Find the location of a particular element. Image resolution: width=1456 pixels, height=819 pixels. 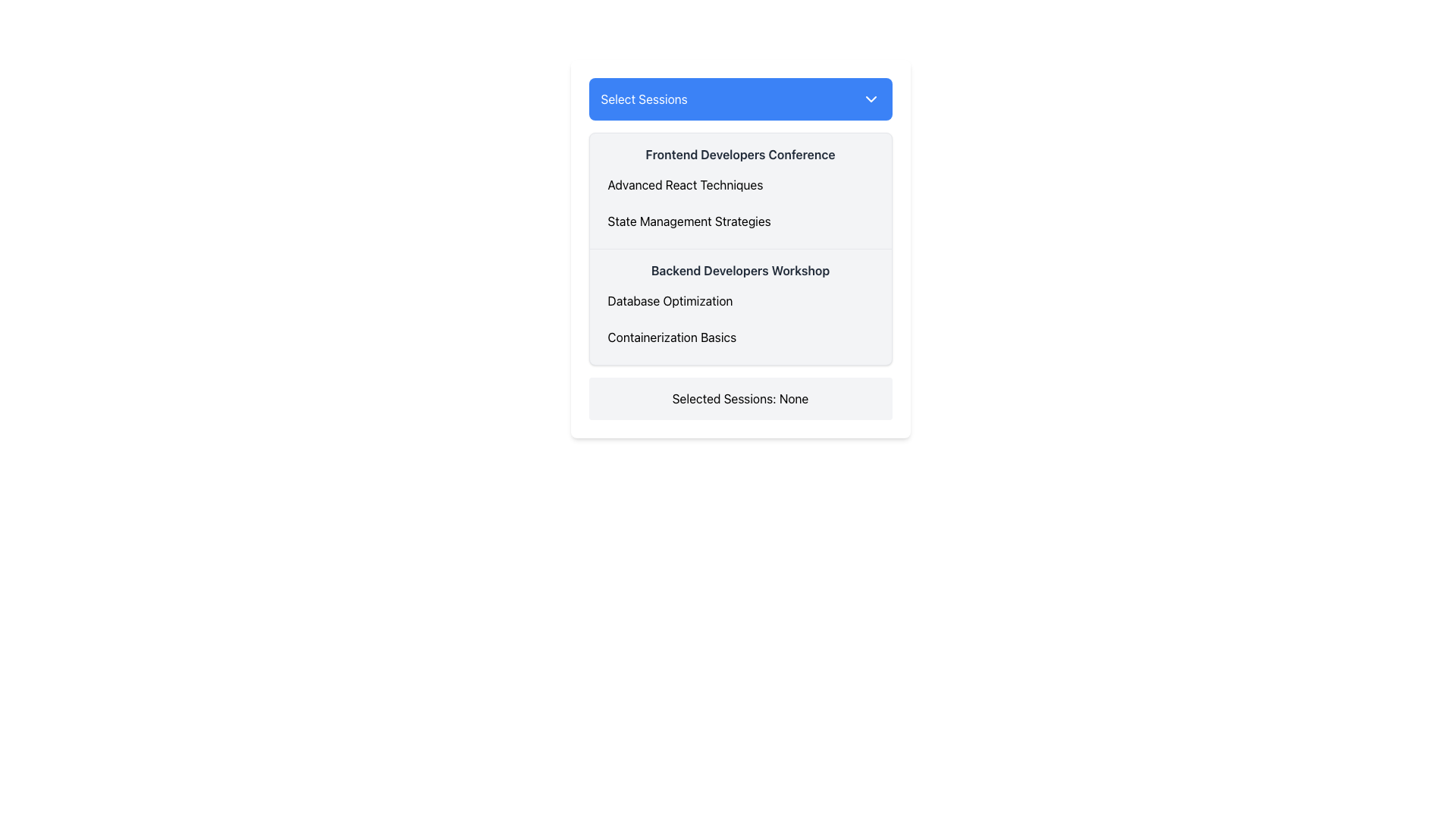

the selectable item displaying the phrase 'State Management Strategies' under the header 'Frontend Developers Conference' is located at coordinates (740, 221).